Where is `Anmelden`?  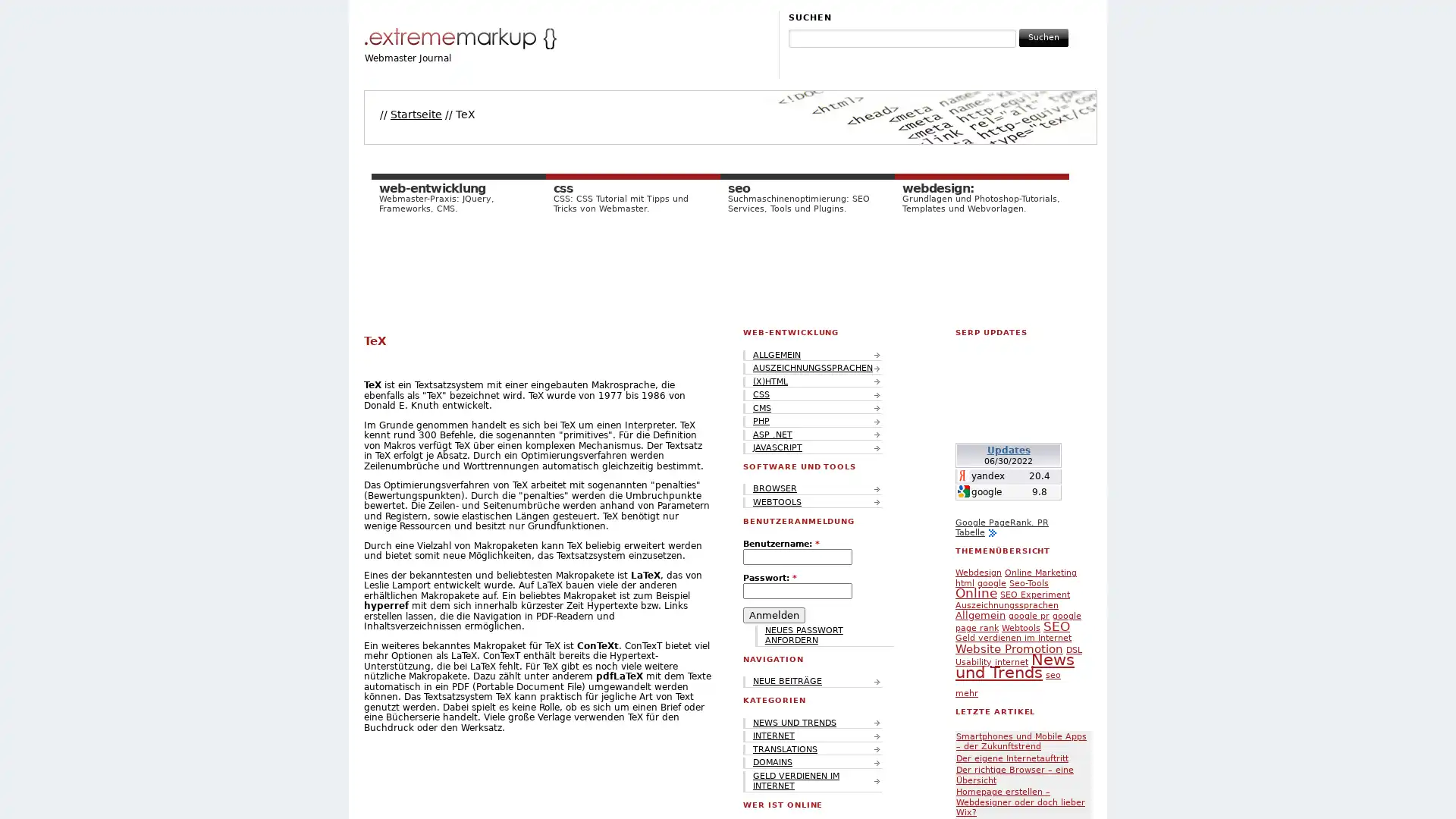
Anmelden is located at coordinates (774, 614).